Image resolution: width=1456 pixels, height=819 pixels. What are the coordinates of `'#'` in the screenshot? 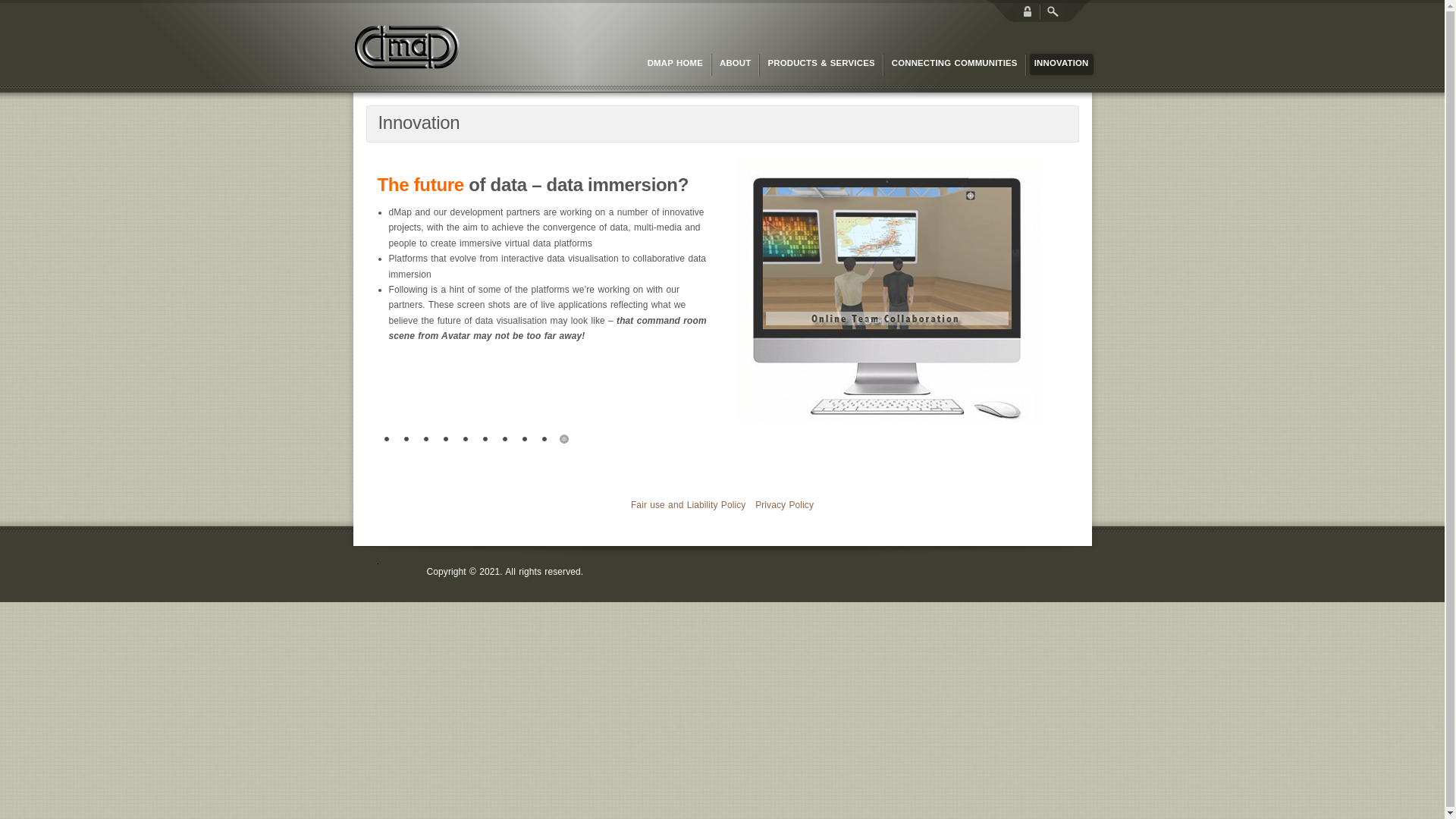 It's located at (445, 439).